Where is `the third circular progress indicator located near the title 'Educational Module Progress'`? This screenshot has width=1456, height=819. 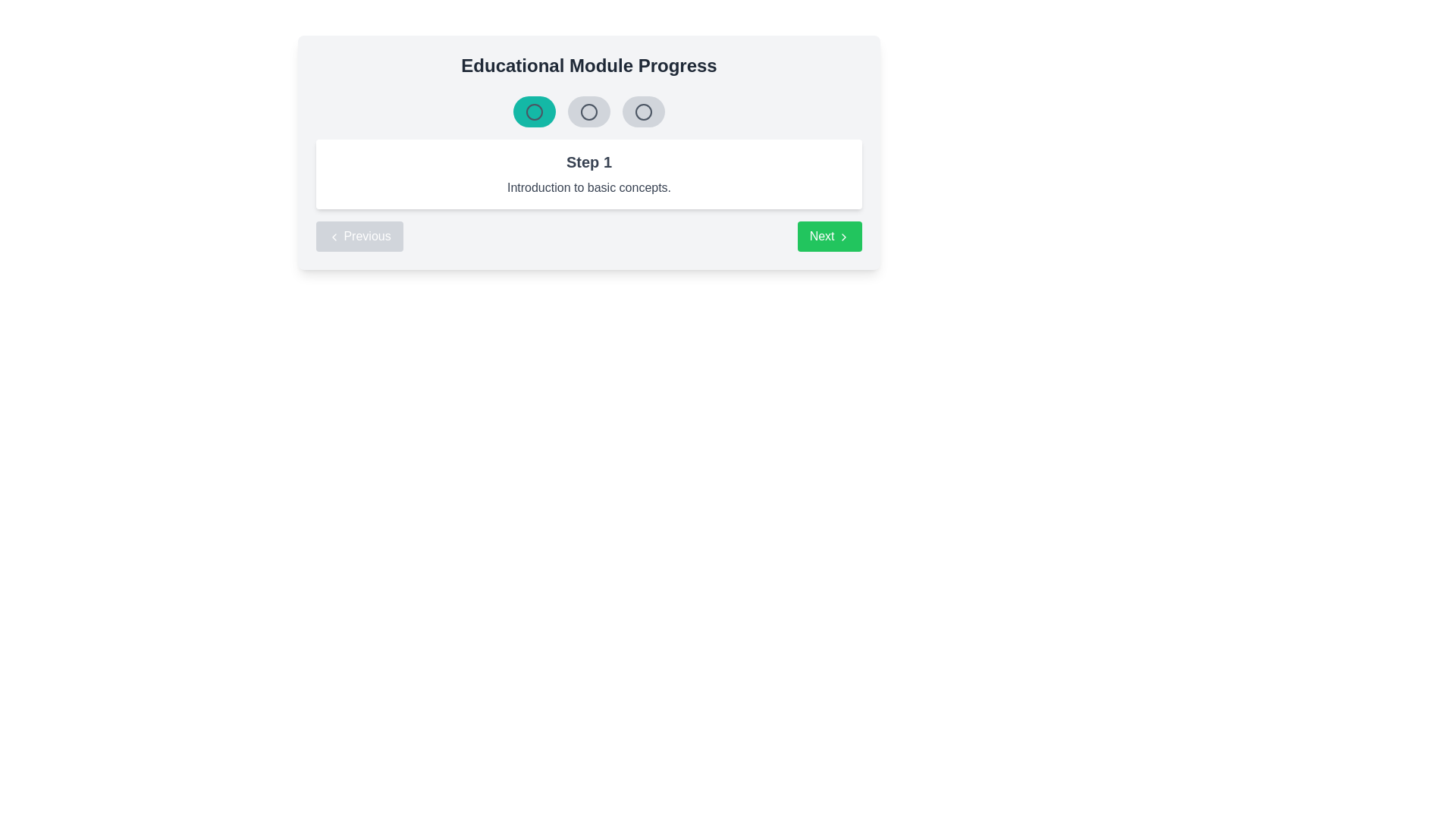 the third circular progress indicator located near the title 'Educational Module Progress' is located at coordinates (644, 110).